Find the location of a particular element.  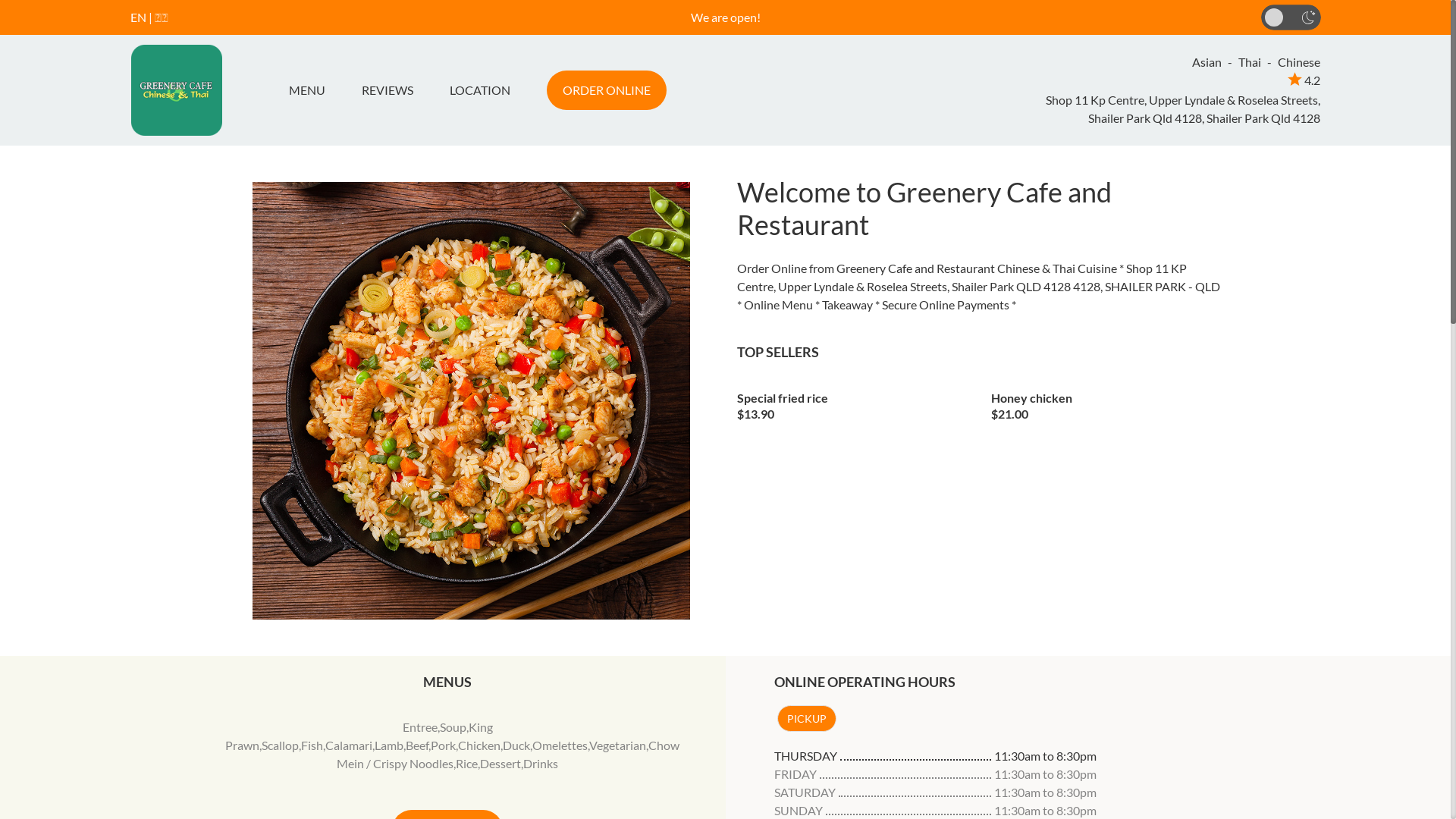

'Pork' is located at coordinates (442, 744).